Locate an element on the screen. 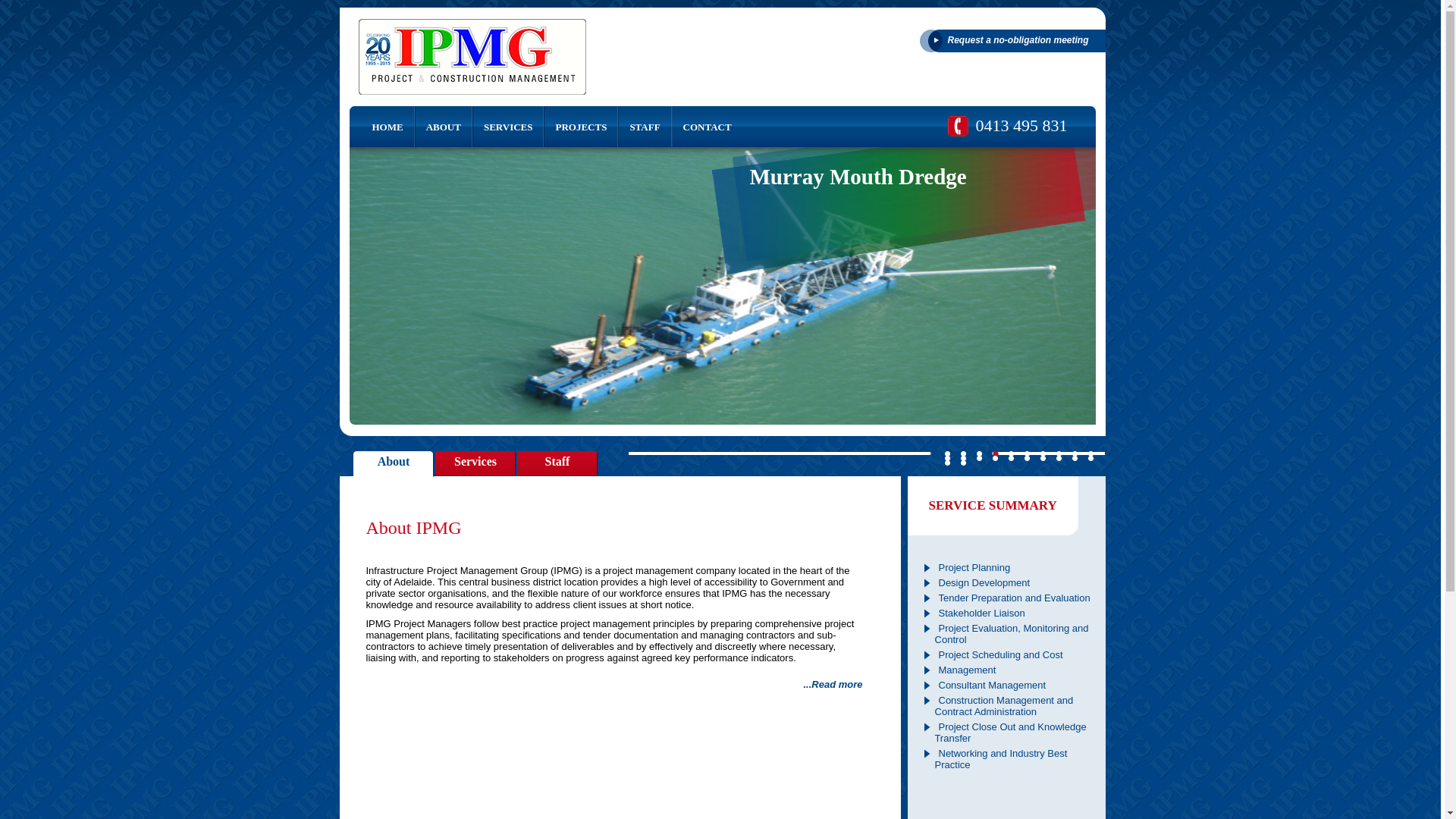 This screenshot has height=819, width=1456. 'SERVICES' is located at coordinates (508, 125).